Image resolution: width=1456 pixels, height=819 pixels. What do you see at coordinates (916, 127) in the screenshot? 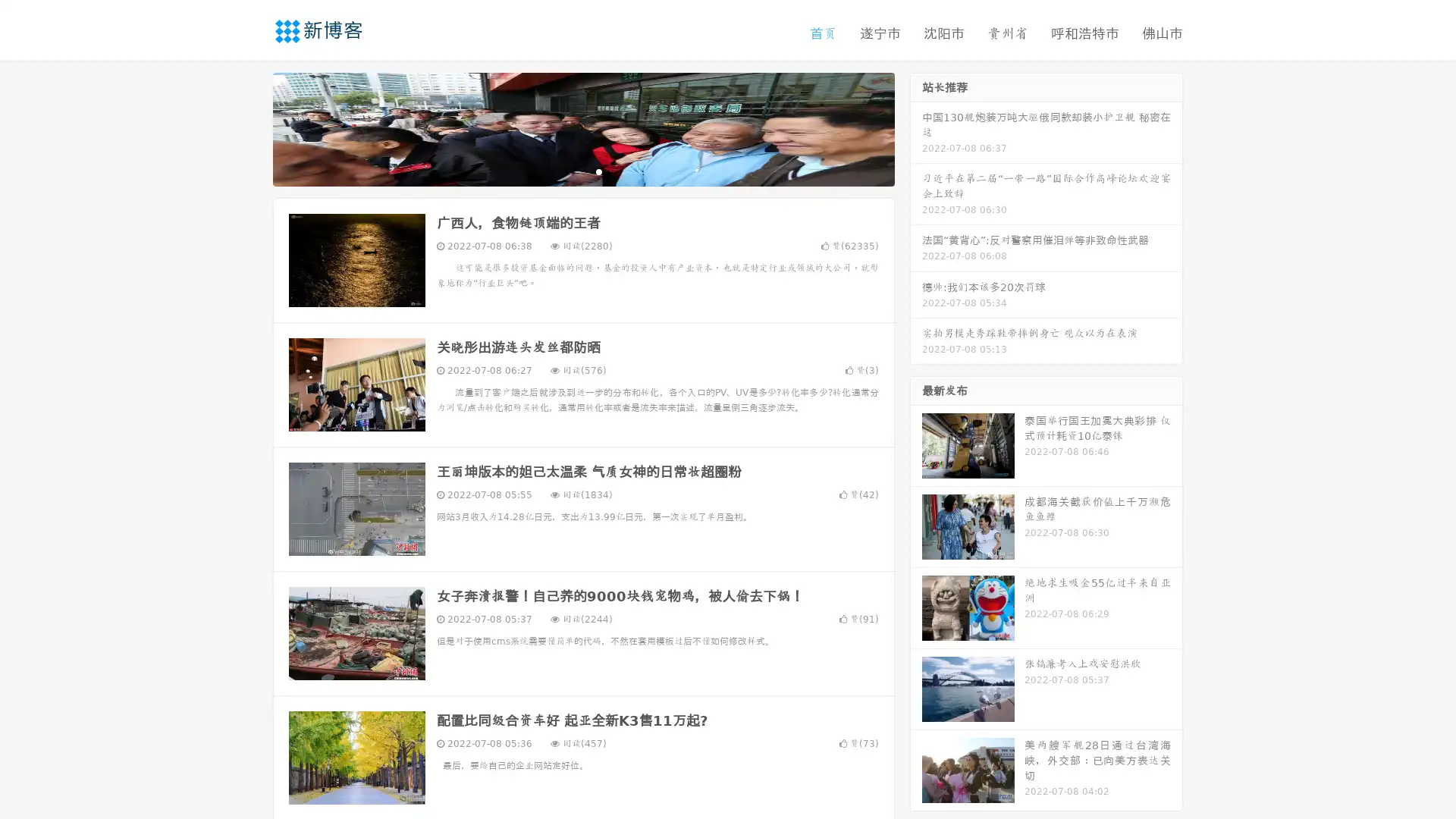
I see `Next slide` at bounding box center [916, 127].